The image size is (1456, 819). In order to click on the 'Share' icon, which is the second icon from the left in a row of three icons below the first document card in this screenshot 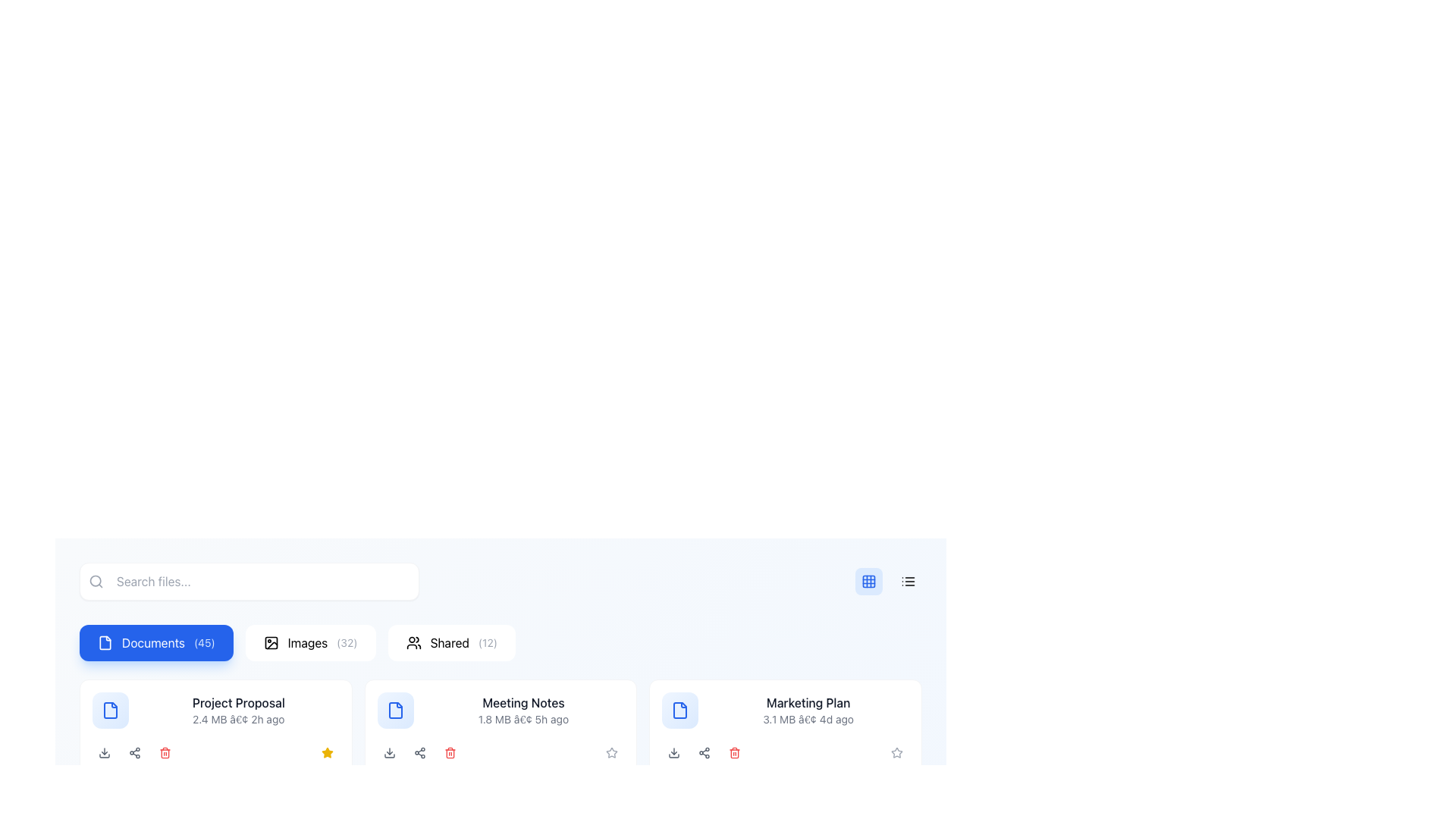, I will do `click(134, 752)`.